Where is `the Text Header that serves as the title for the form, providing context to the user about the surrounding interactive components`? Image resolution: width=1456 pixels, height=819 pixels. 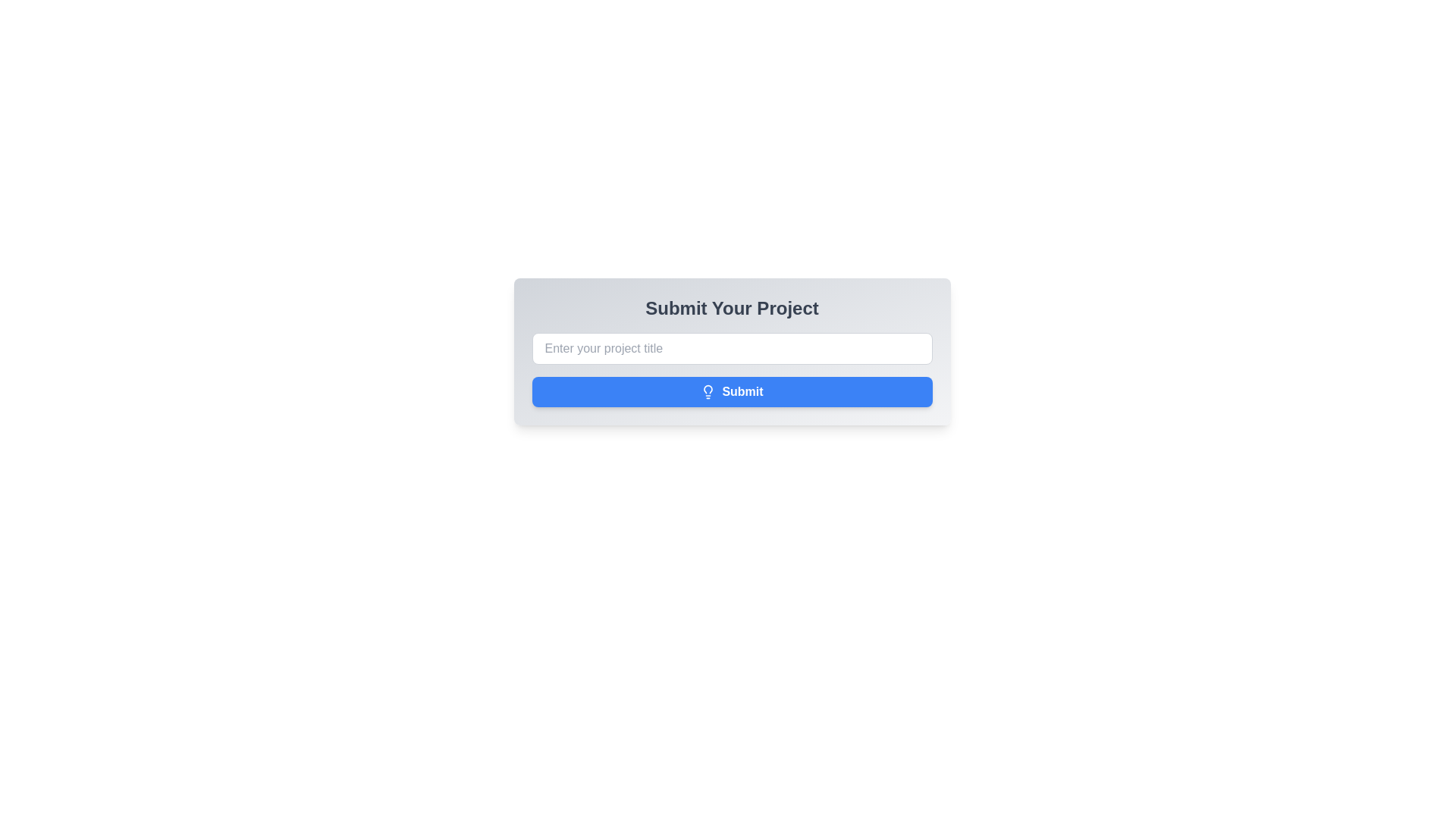
the Text Header that serves as the title for the form, providing context to the user about the surrounding interactive components is located at coordinates (732, 308).